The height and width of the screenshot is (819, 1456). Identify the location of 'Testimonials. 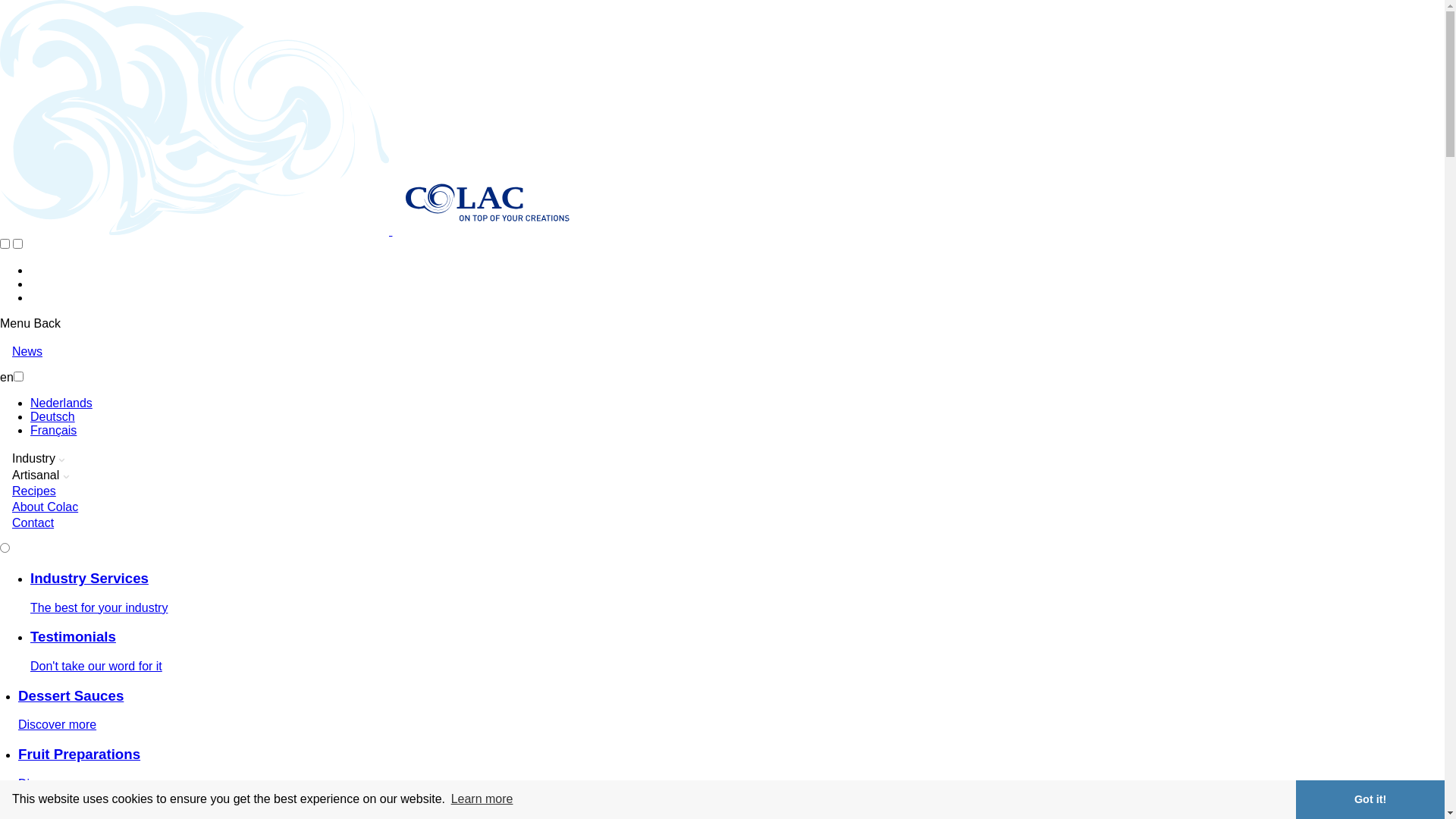
(737, 650).